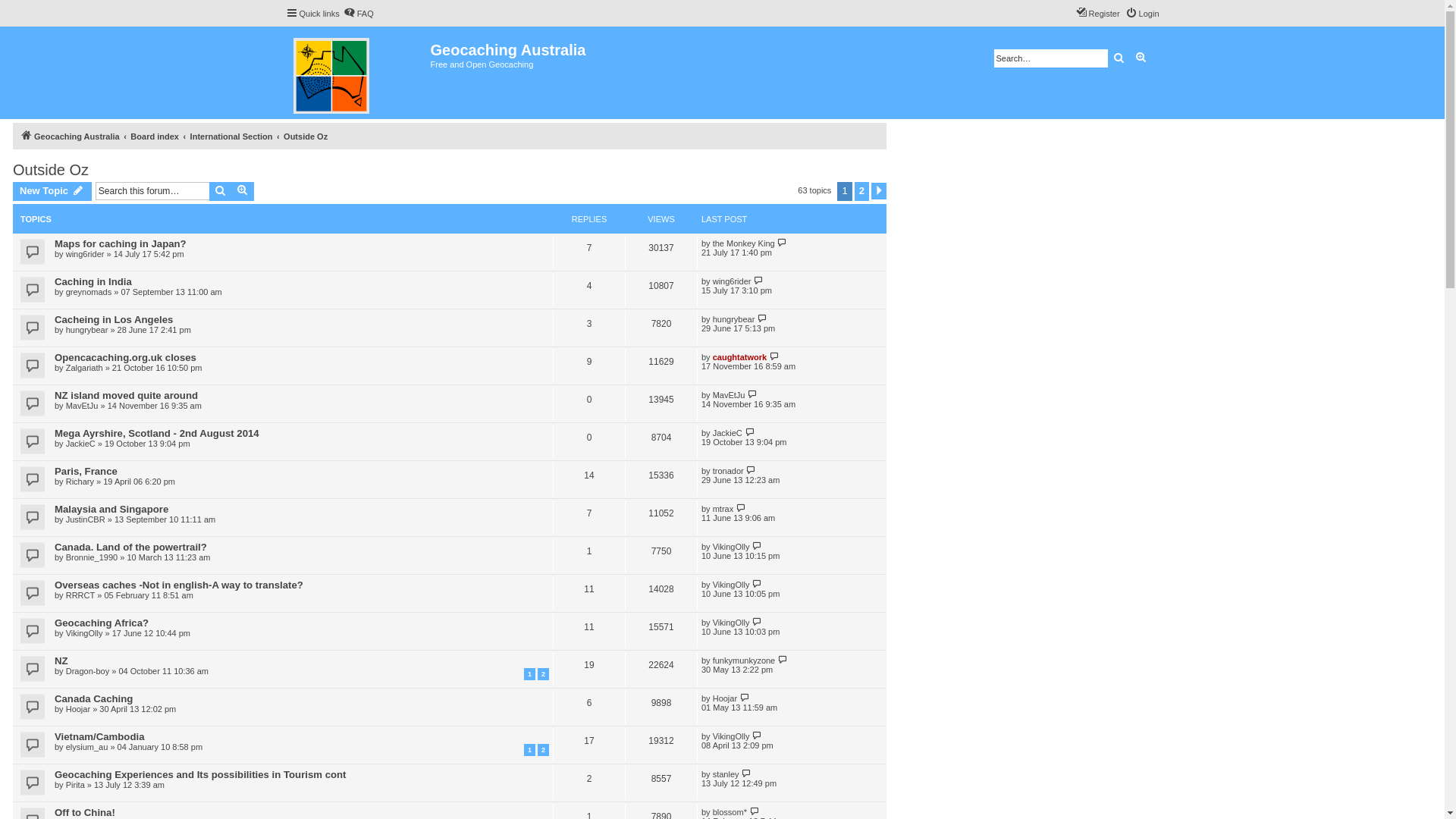  What do you see at coordinates (130, 547) in the screenshot?
I see `'Canada. Land of the powertrail?'` at bounding box center [130, 547].